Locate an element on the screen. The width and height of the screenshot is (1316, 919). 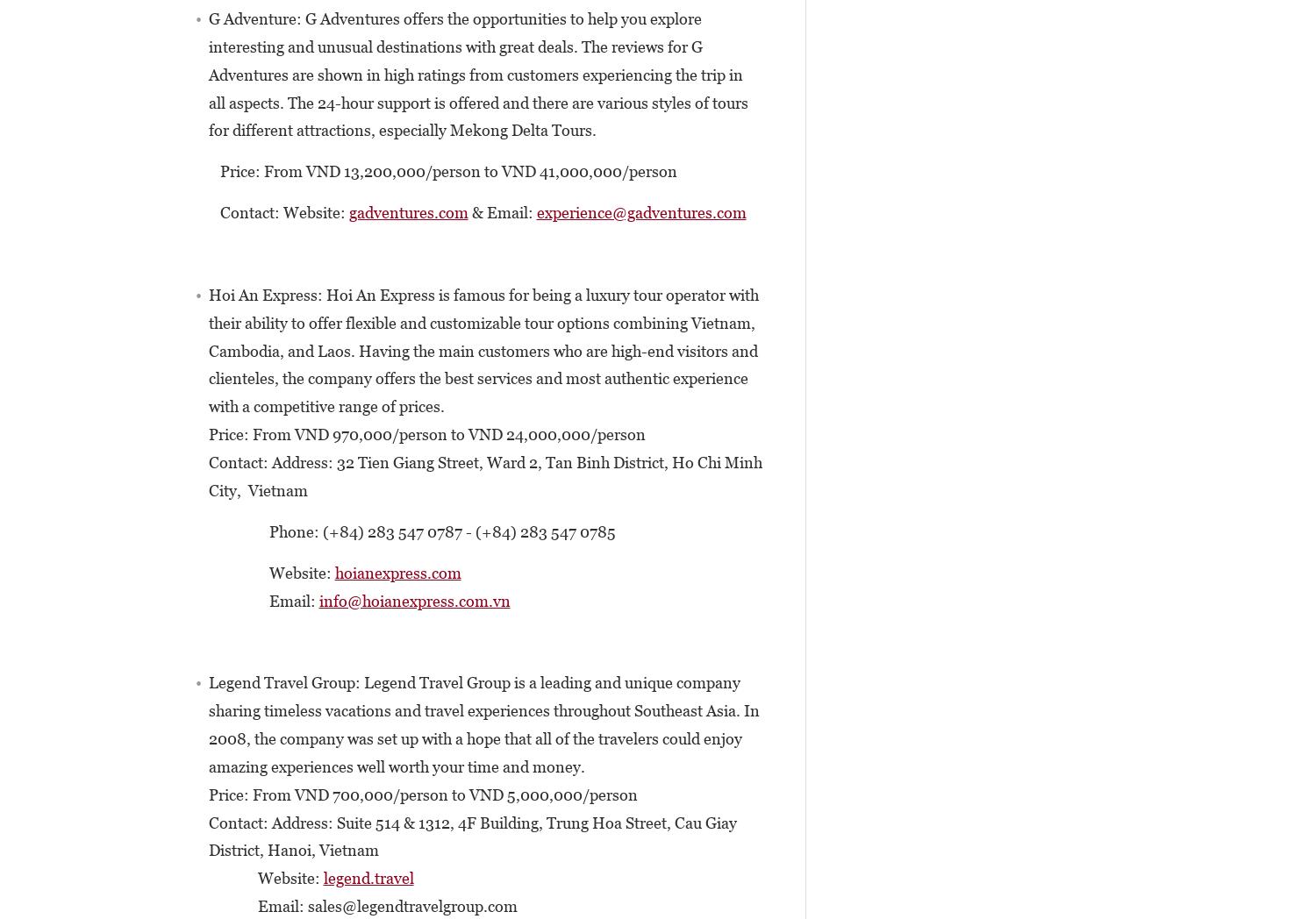
'Contact: Address: Suite 514 & 1312, 4F Building, Trung Hoa Street, Cau Giay District, Hanoi, Vietnam' is located at coordinates (472, 836).